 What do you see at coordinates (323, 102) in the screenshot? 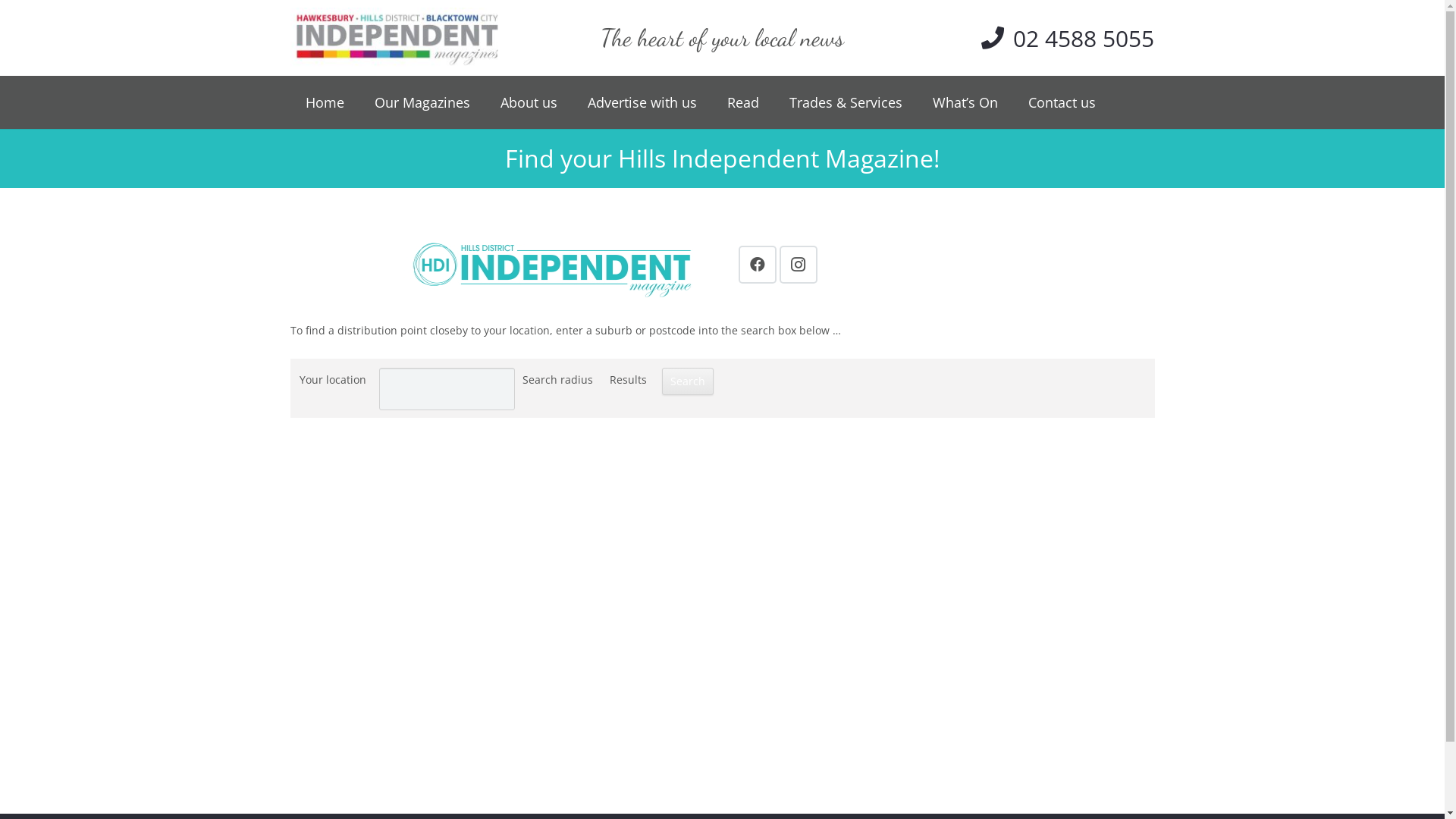
I see `'Home'` at bounding box center [323, 102].